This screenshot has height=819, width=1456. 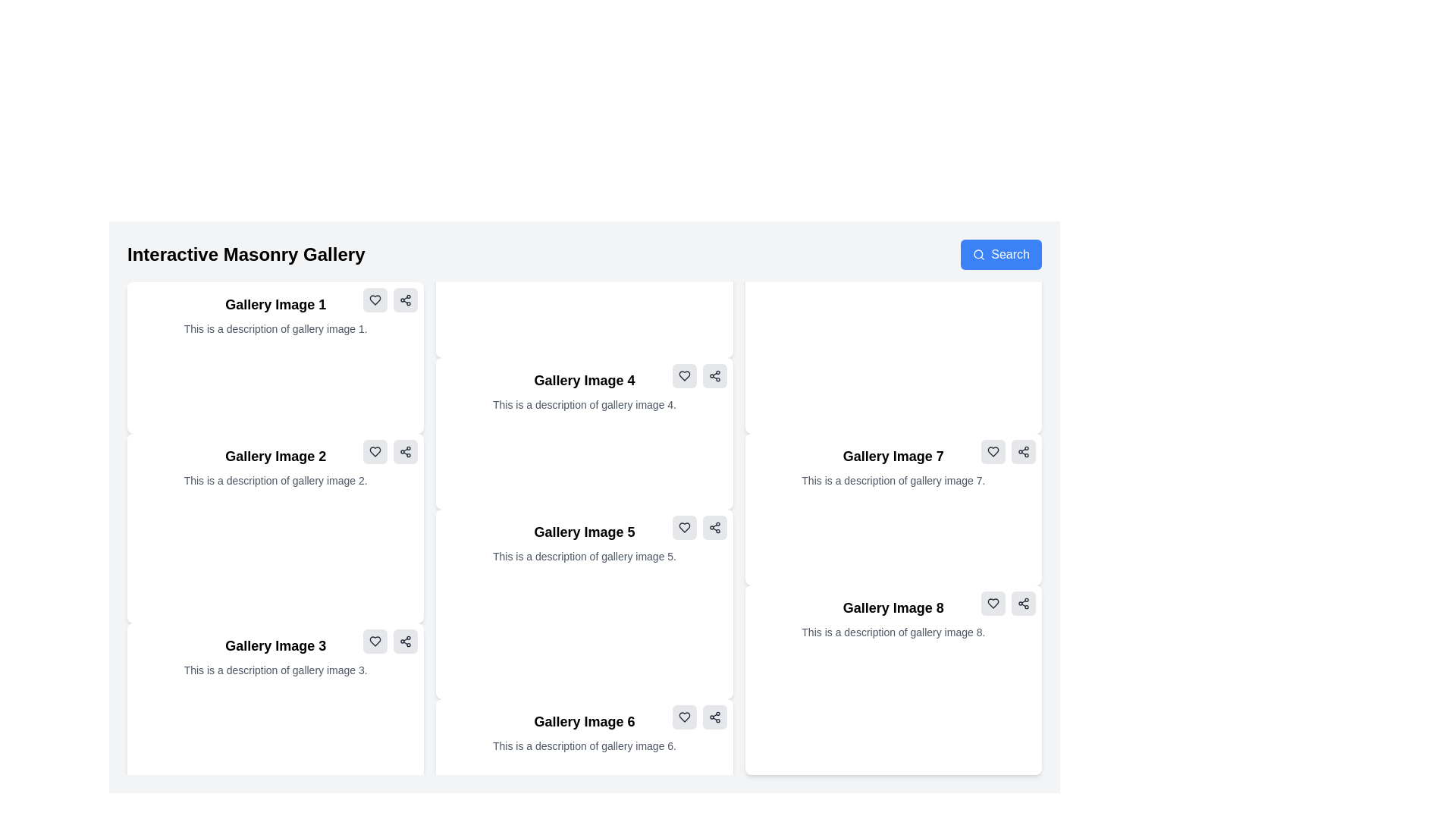 I want to click on the fourth text block in the gallery grid layout that provides a visual description for an item, located centrally between 'Gallery Image 2' and 'Gallery Image 5', so click(x=584, y=391).